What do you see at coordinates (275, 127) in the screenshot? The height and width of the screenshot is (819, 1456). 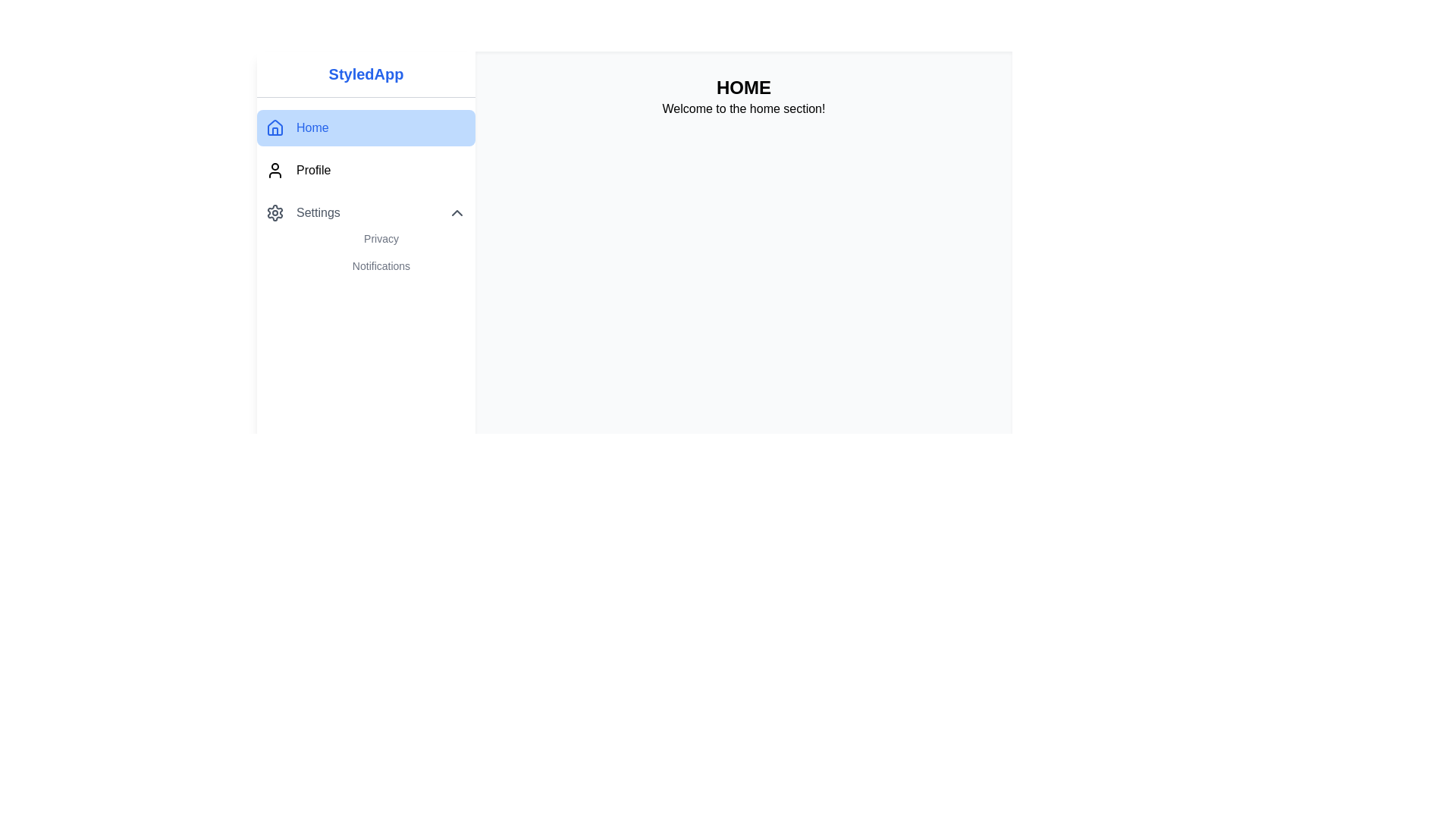 I see `the 'Home' SVG icon in the navigation panel to trigger potential tooltips` at bounding box center [275, 127].